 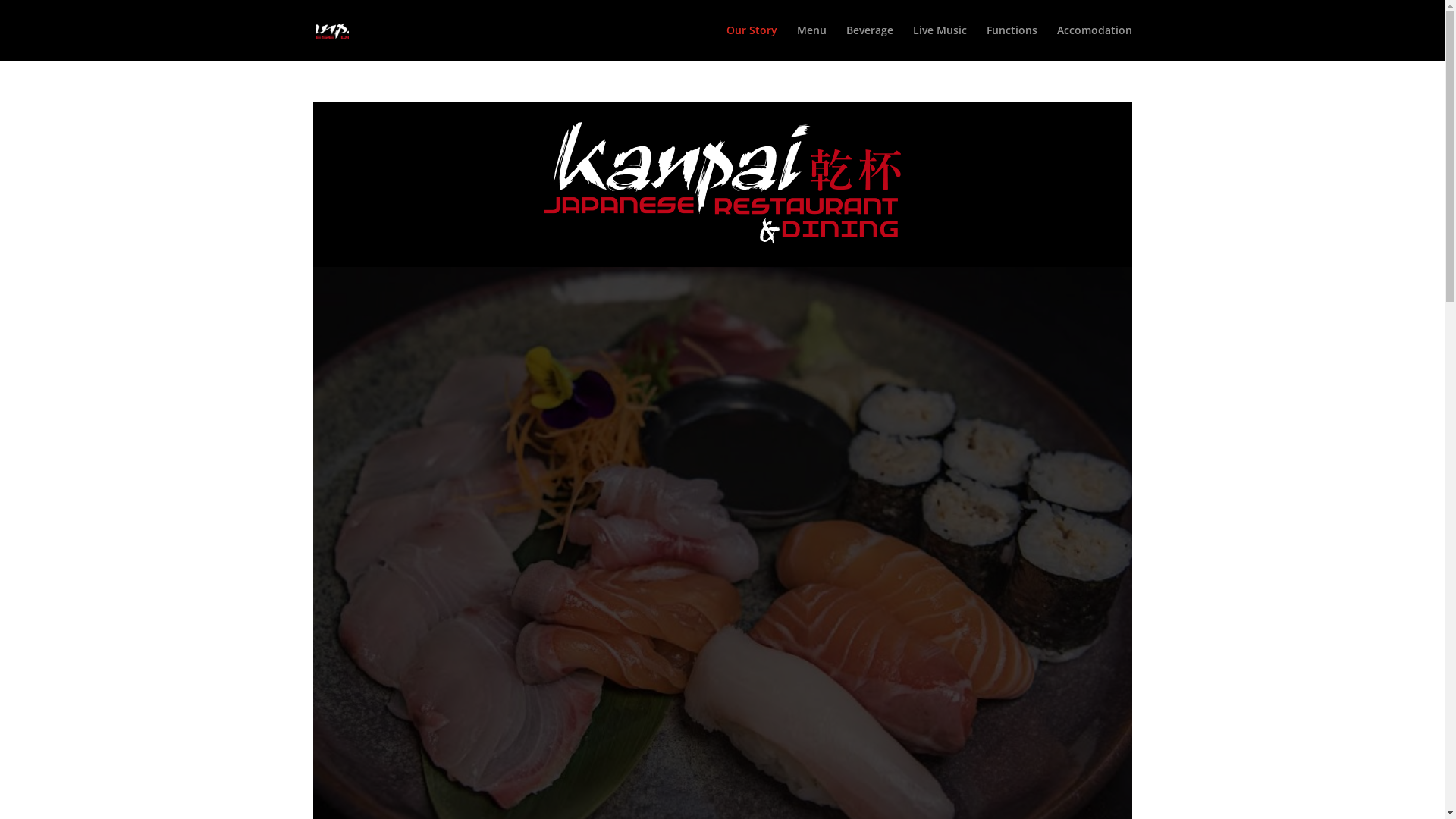 What do you see at coordinates (1094, 42) in the screenshot?
I see `'Accomodation'` at bounding box center [1094, 42].